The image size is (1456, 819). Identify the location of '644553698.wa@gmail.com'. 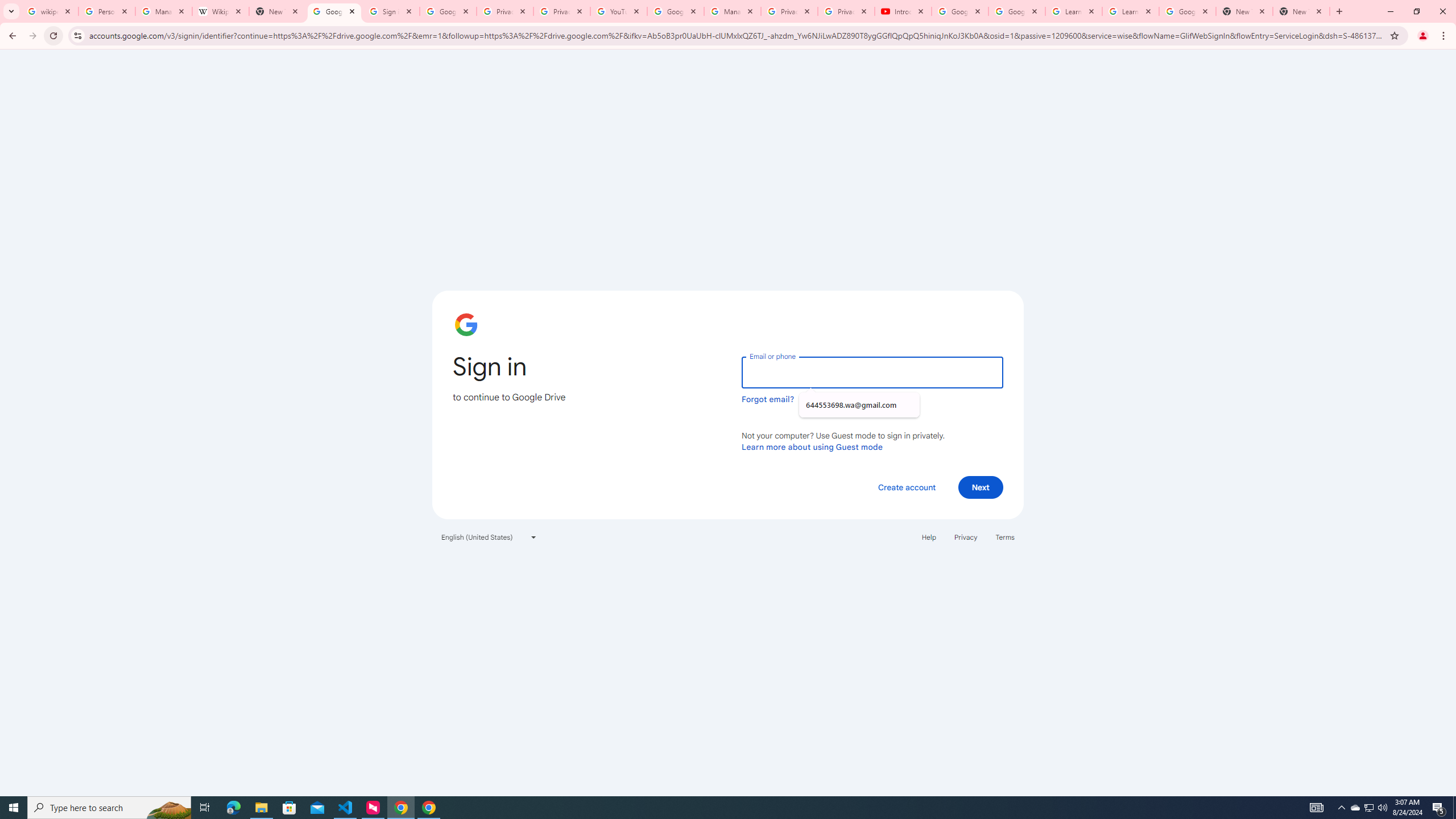
(858, 405).